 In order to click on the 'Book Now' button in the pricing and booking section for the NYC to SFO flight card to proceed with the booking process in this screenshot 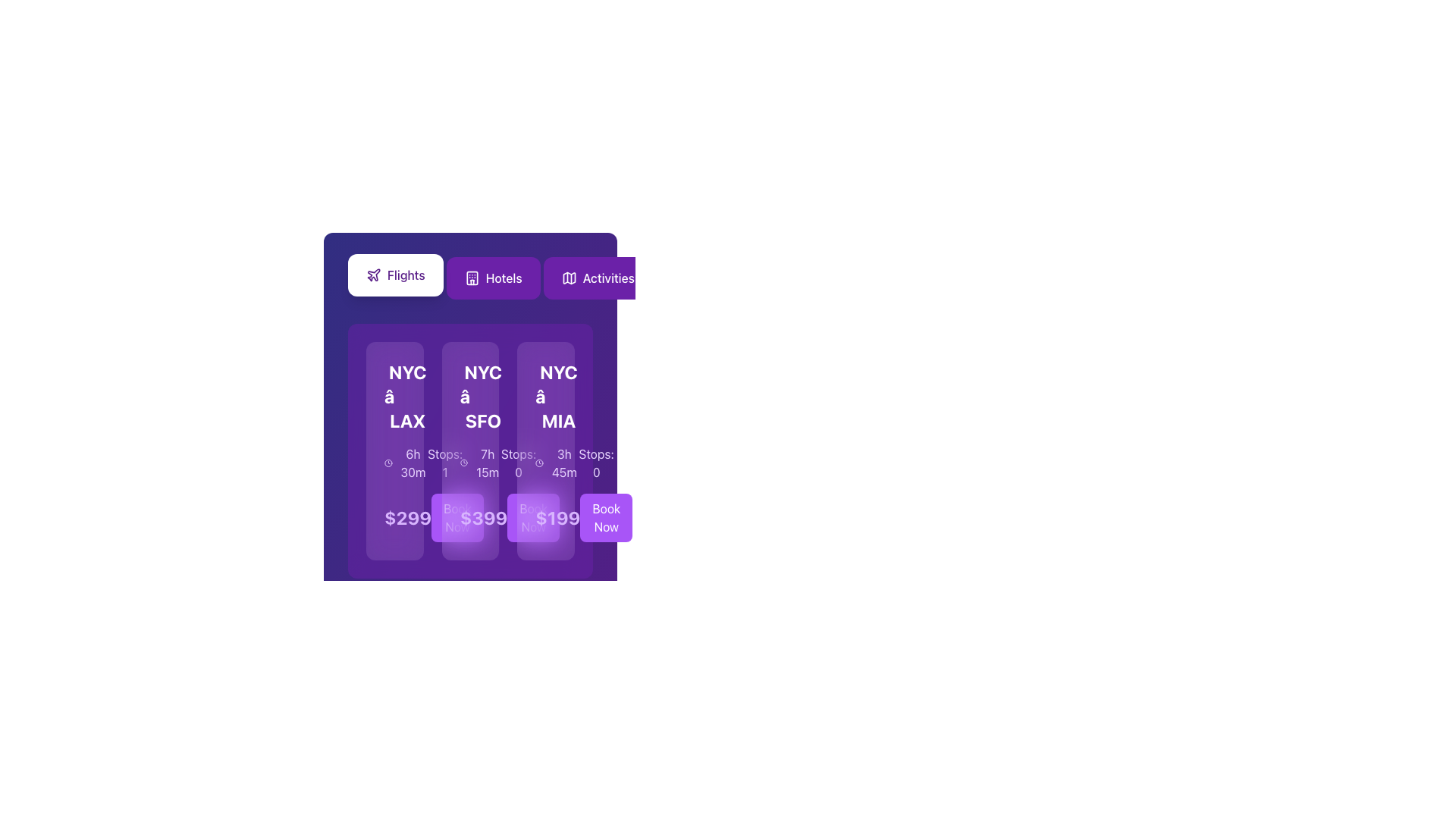, I will do `click(469, 516)`.